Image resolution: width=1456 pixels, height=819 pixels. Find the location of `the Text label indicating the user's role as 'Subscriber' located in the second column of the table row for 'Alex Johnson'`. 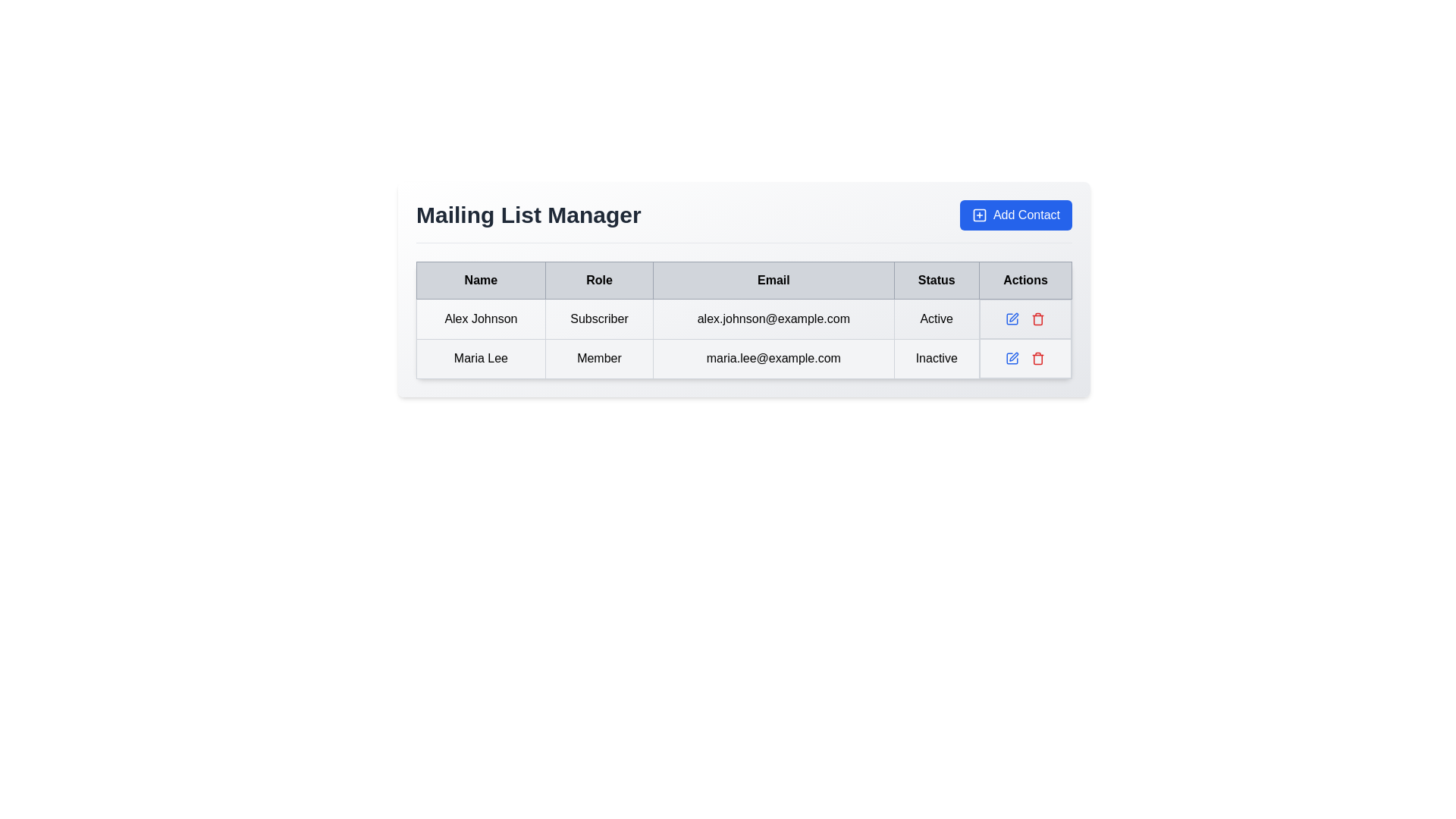

the Text label indicating the user's role as 'Subscriber' located in the second column of the table row for 'Alex Johnson' is located at coordinates (598, 318).